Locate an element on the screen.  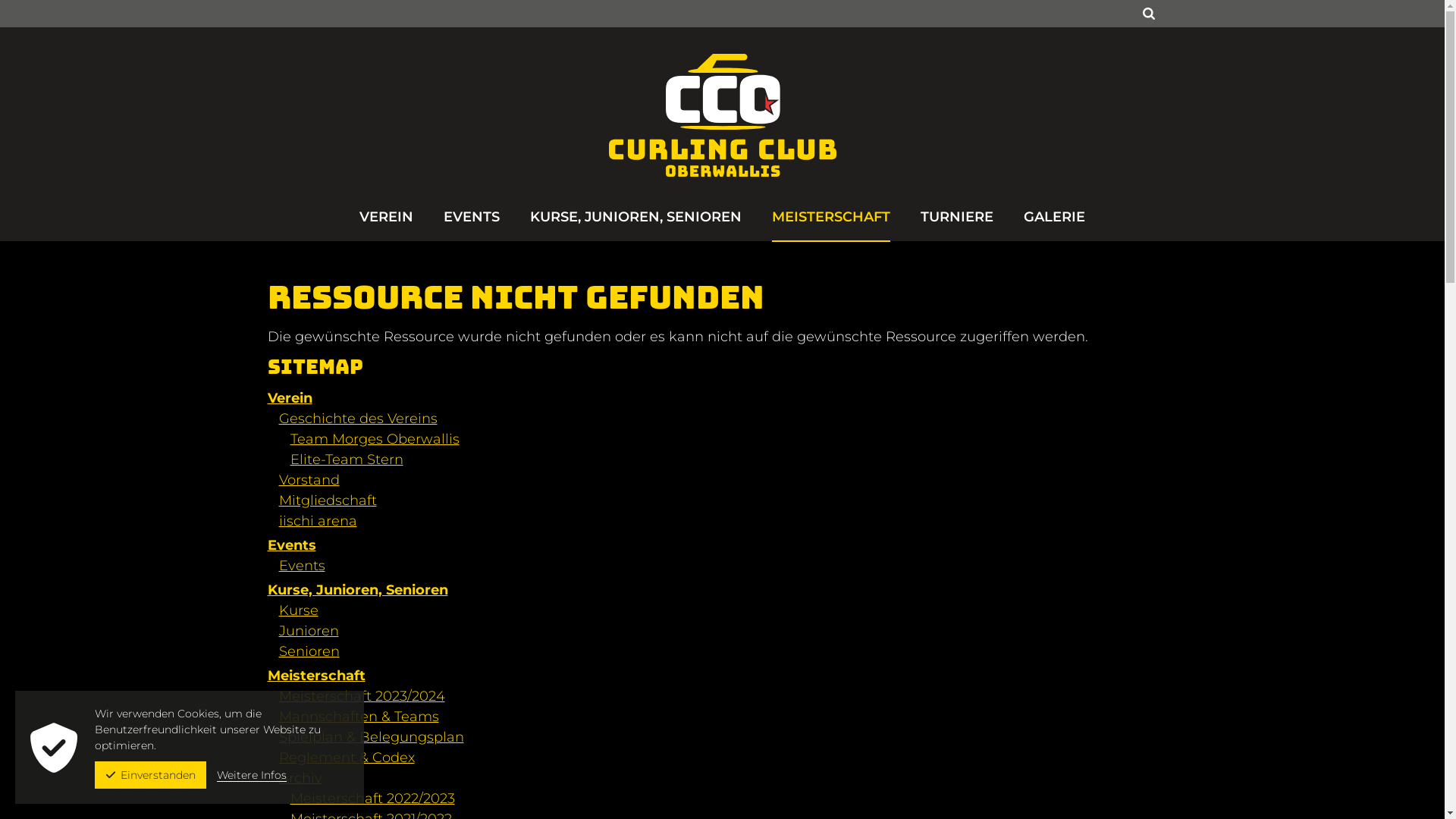
'Reglement & Codex' is located at coordinates (346, 758).